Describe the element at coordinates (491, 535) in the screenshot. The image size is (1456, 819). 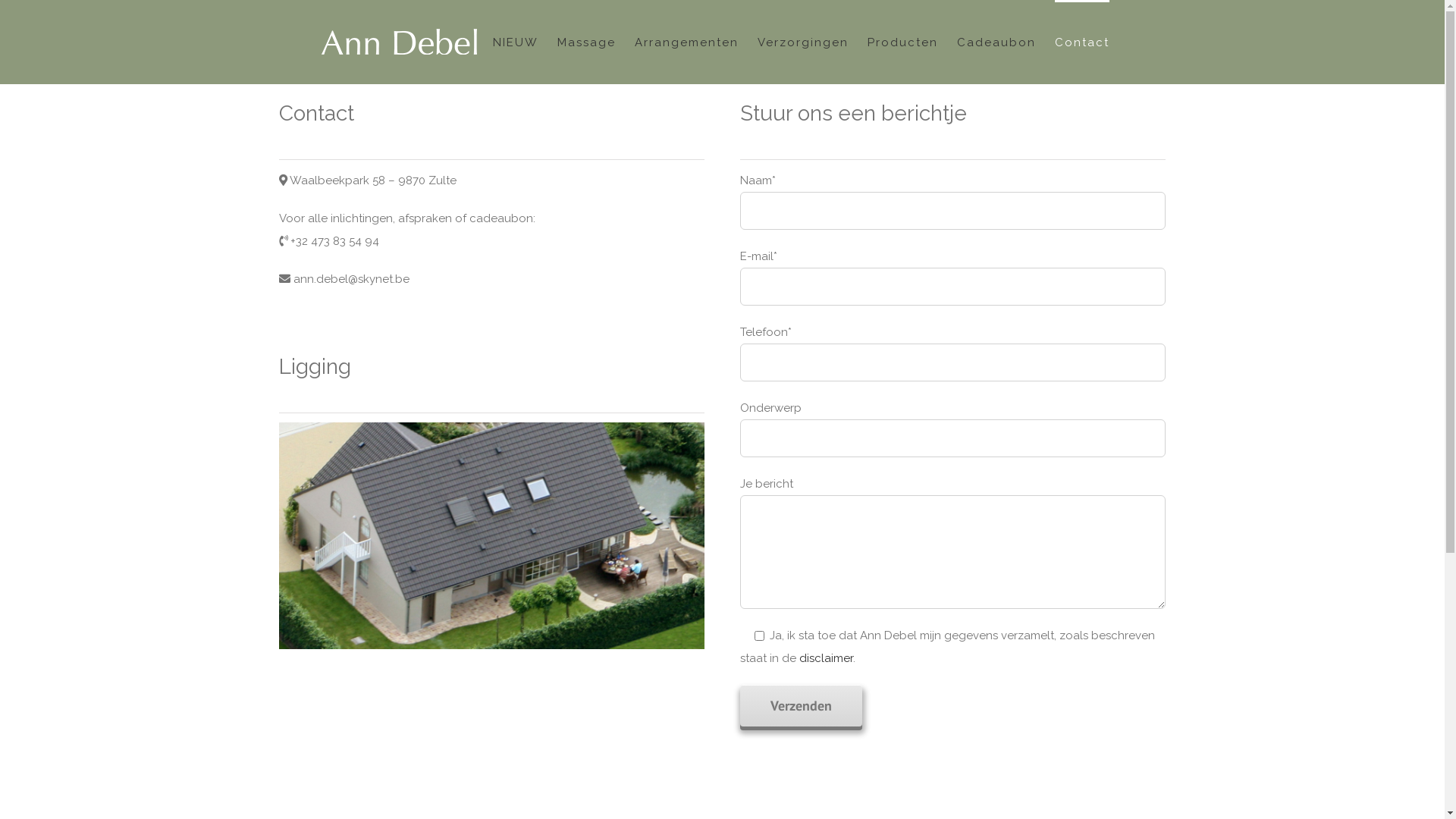
I see `'luchtfoto-tuin'` at that location.